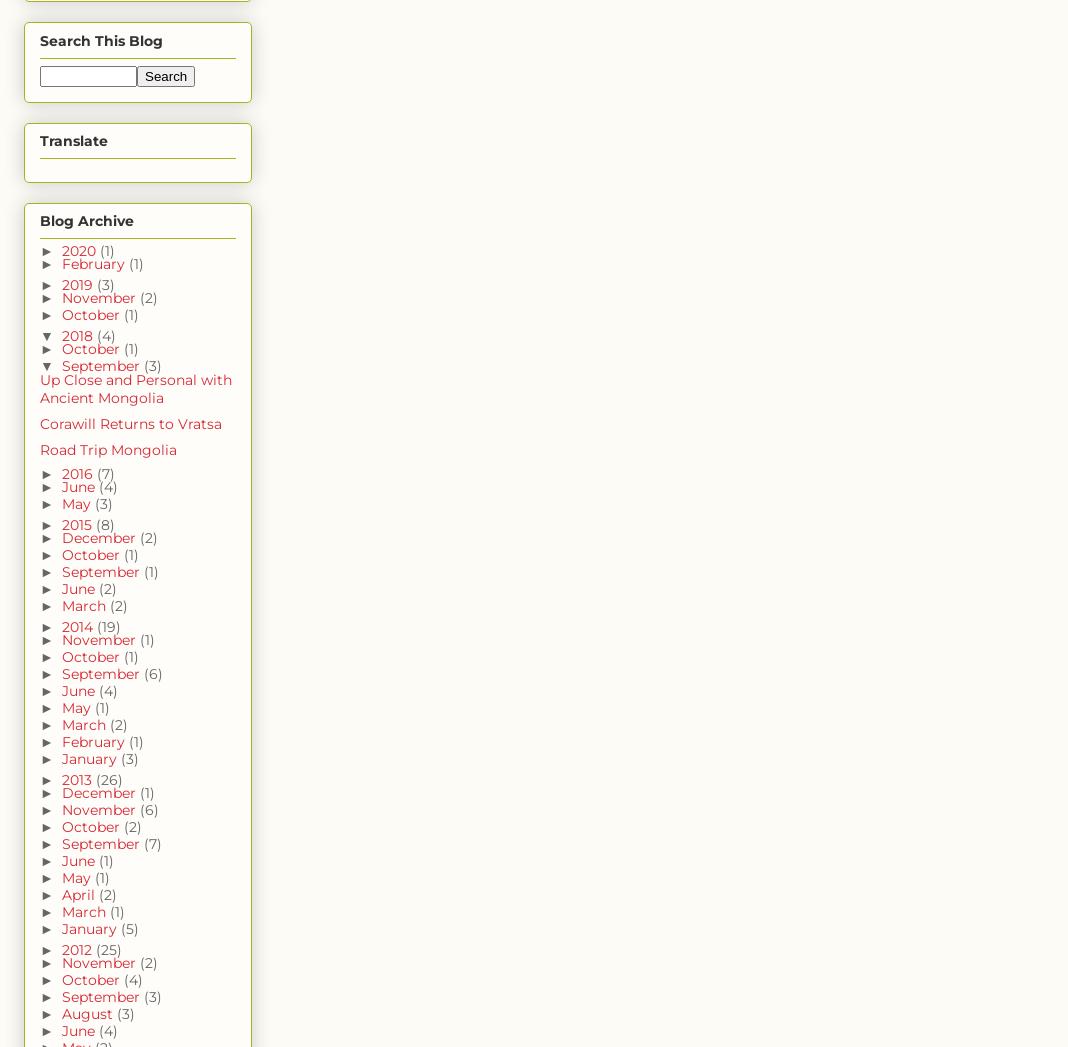  I want to click on '2019', so click(77, 284).